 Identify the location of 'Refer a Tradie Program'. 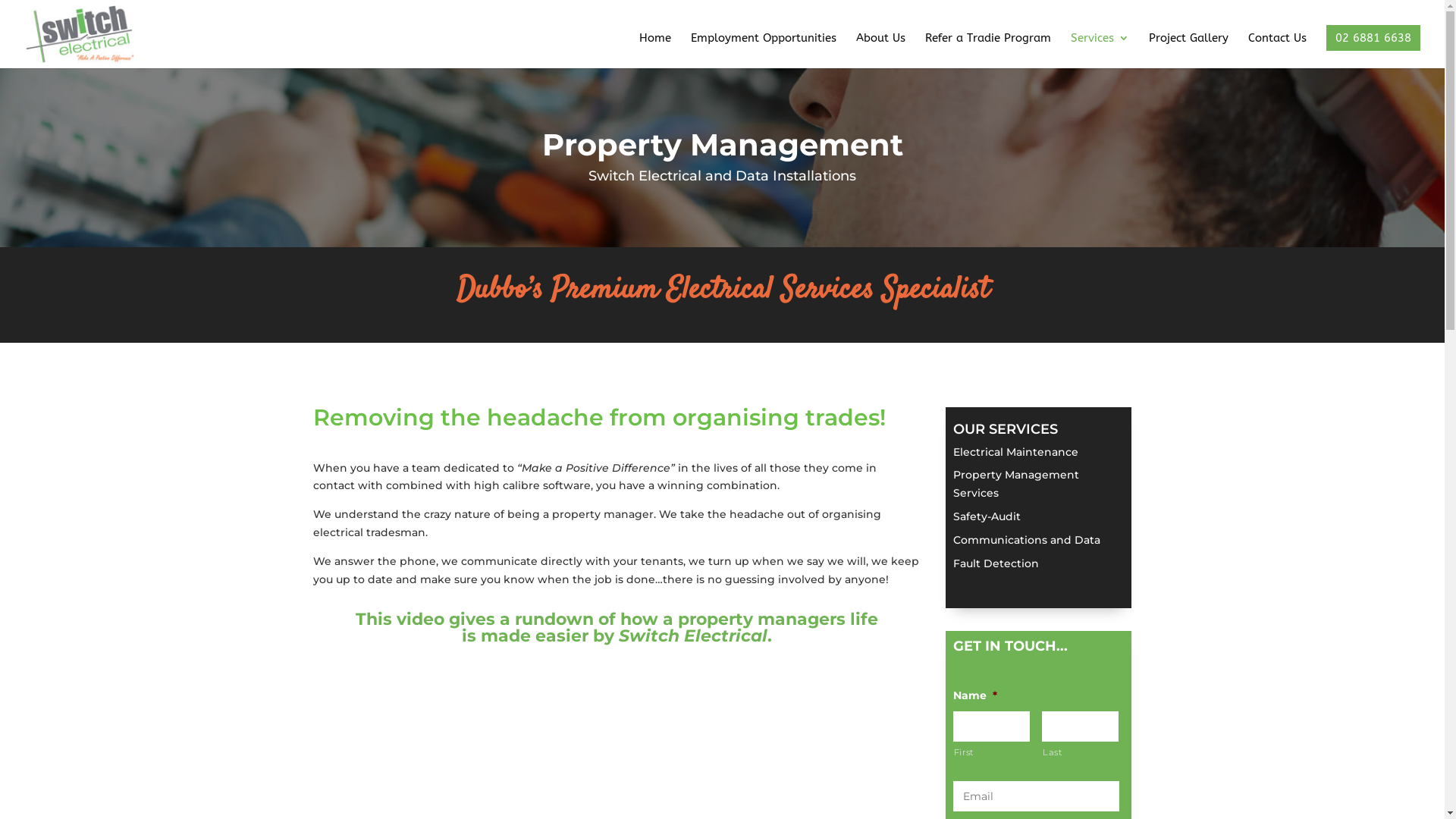
(924, 49).